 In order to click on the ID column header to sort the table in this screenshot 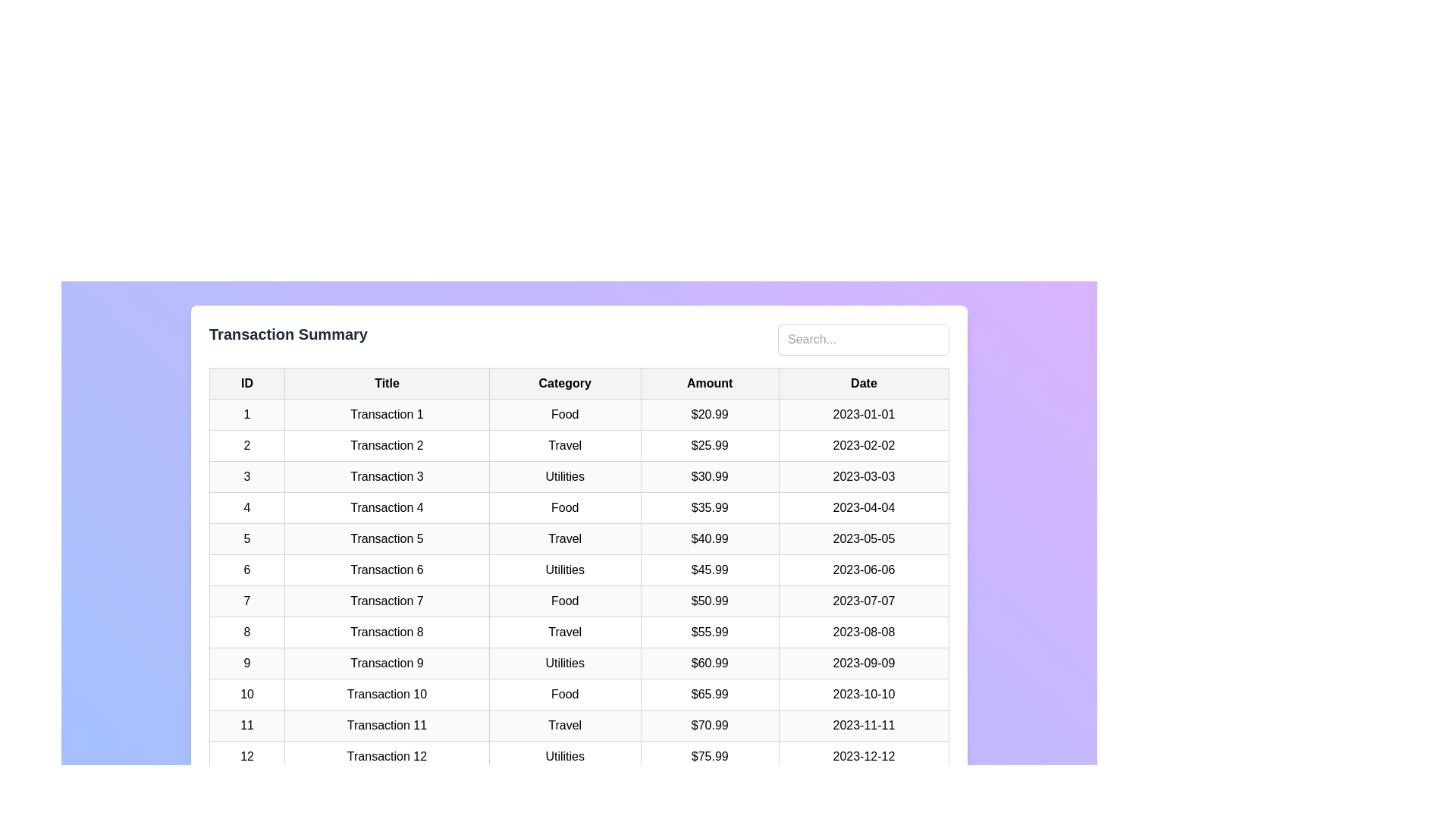, I will do `click(247, 382)`.